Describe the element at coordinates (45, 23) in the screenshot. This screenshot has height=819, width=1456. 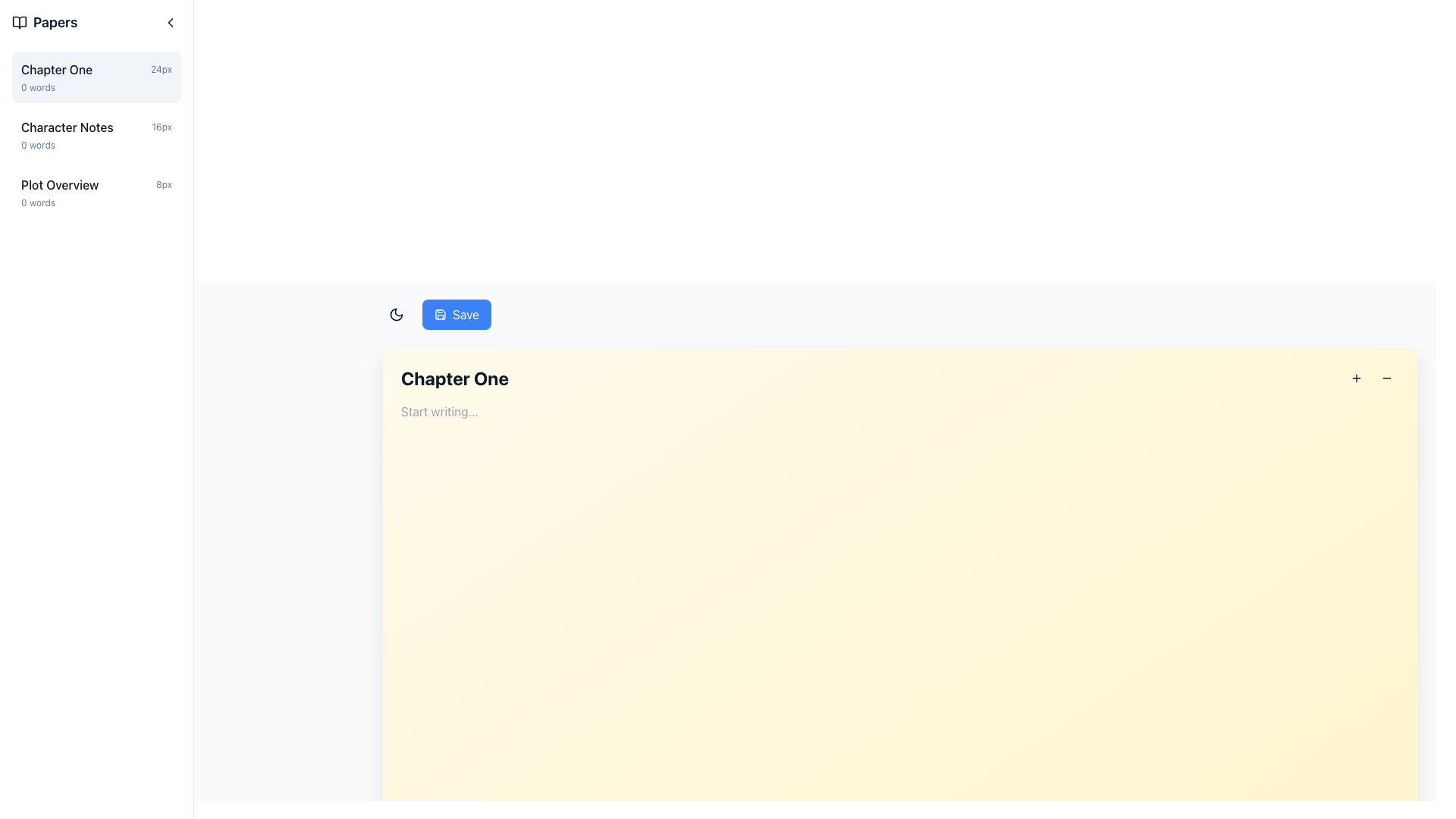
I see `text label 'Papers' located in the top-left section of the sidebar, prominently styled and accompanied by an open book icon` at that location.